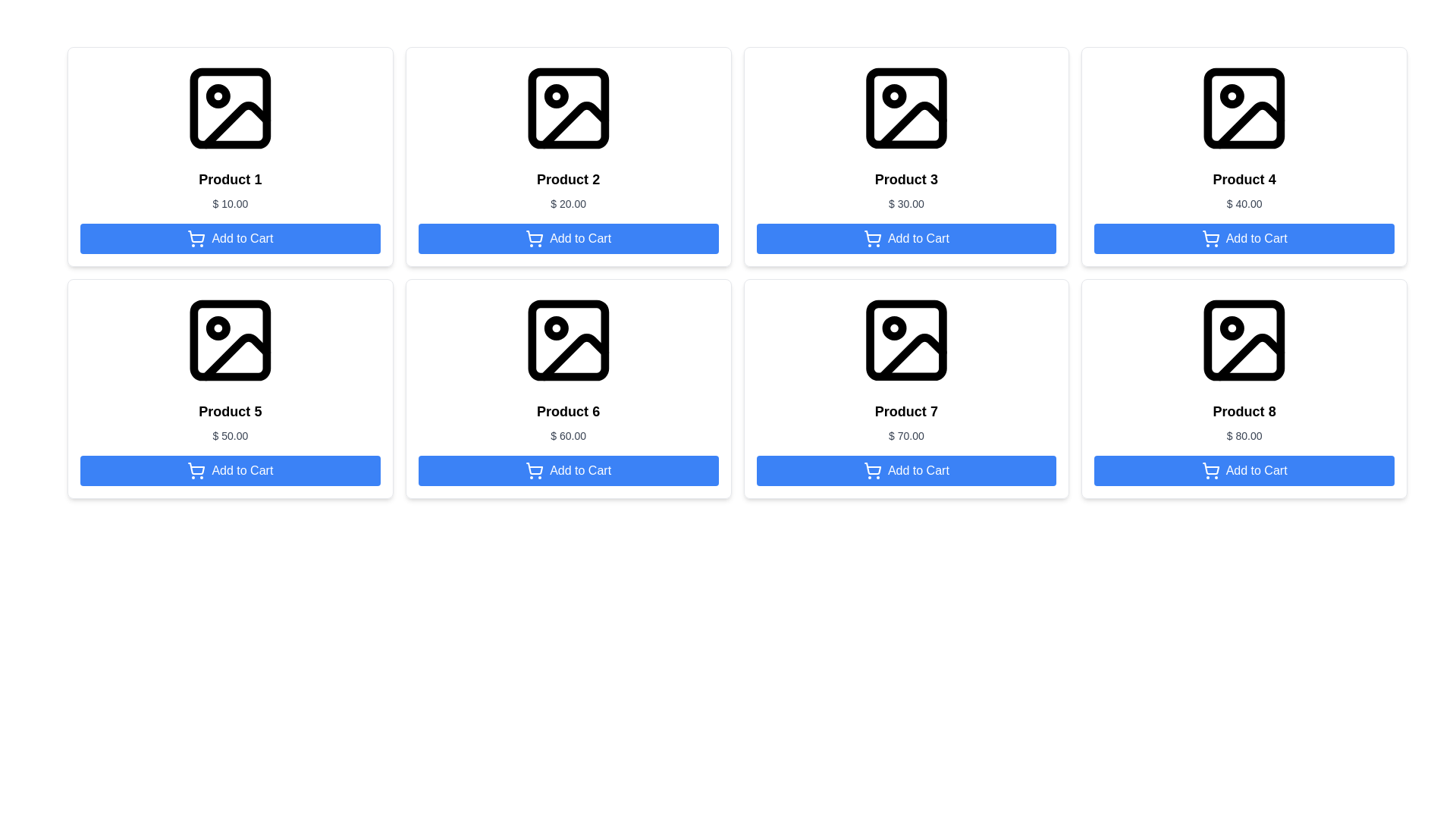  Describe the element at coordinates (1210, 468) in the screenshot. I see `the shopping cart icon located at the leftmost part of the blue 'Add to Cart' button in the last card of the second row, associated with 'Product 8.'` at that location.